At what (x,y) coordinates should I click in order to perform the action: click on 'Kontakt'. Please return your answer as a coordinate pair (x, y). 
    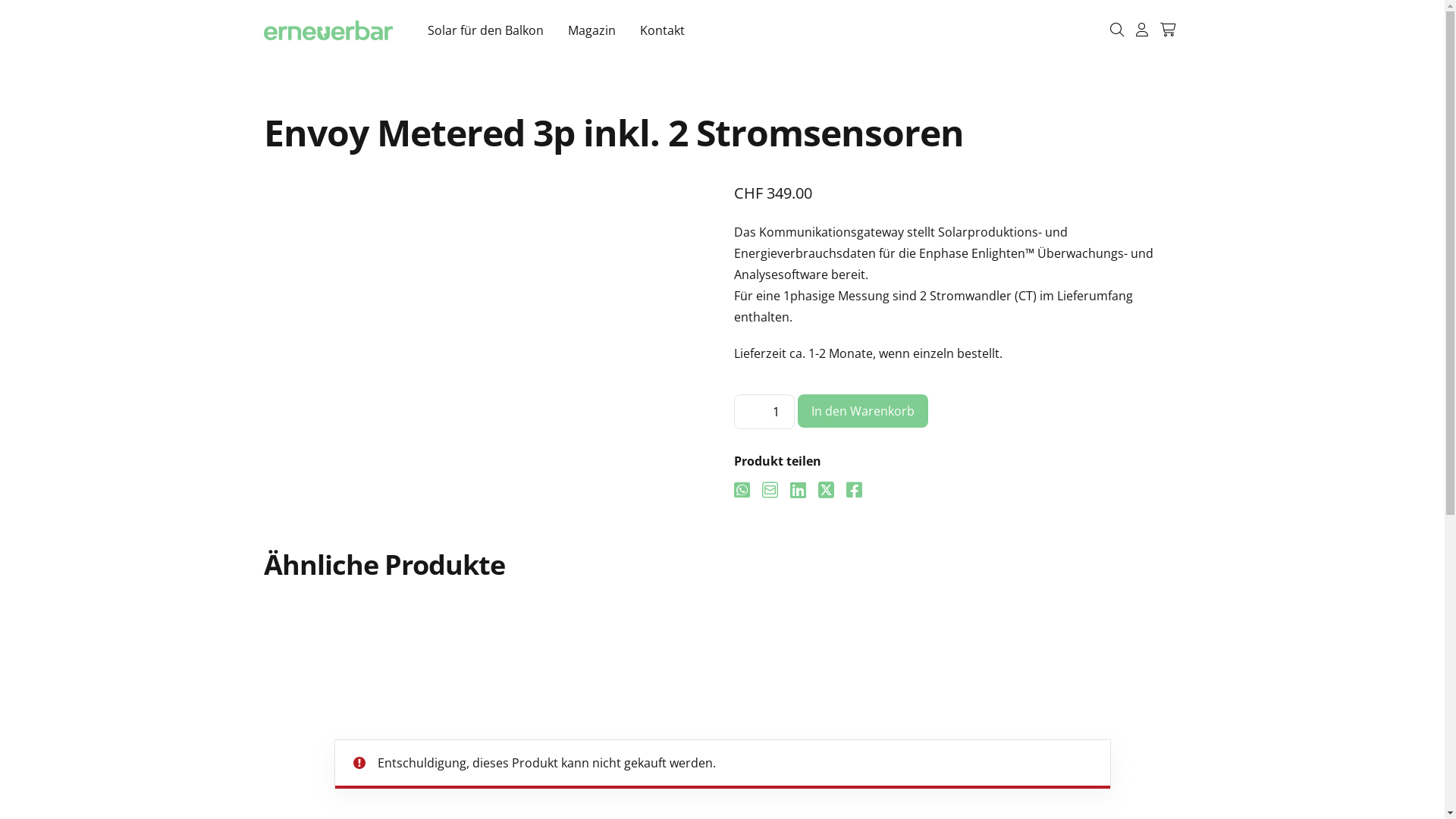
    Looking at the image, I should click on (628, 30).